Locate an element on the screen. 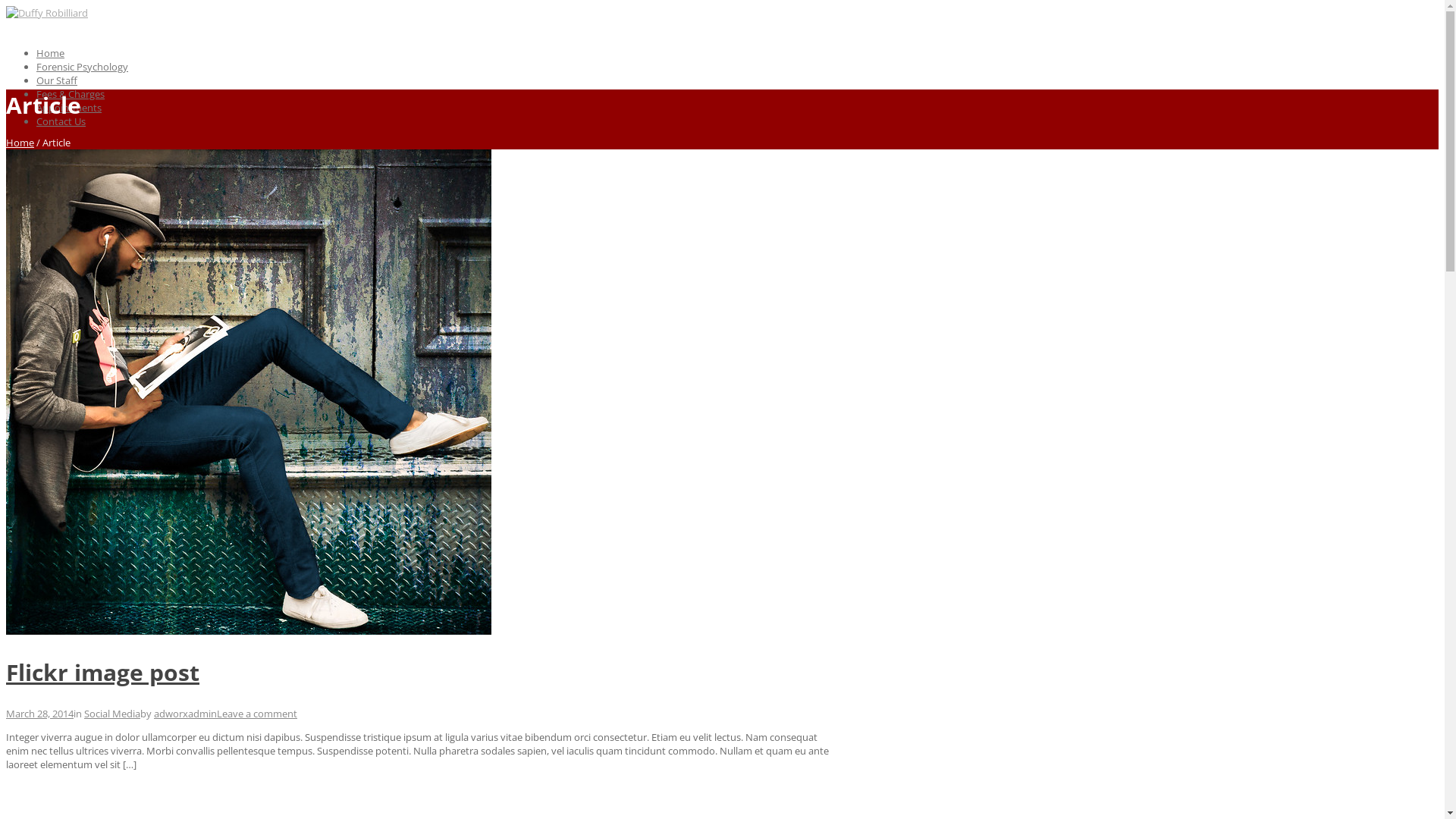 Image resolution: width=1456 pixels, height=819 pixels. 'Forensic Psychology' is located at coordinates (81, 66).